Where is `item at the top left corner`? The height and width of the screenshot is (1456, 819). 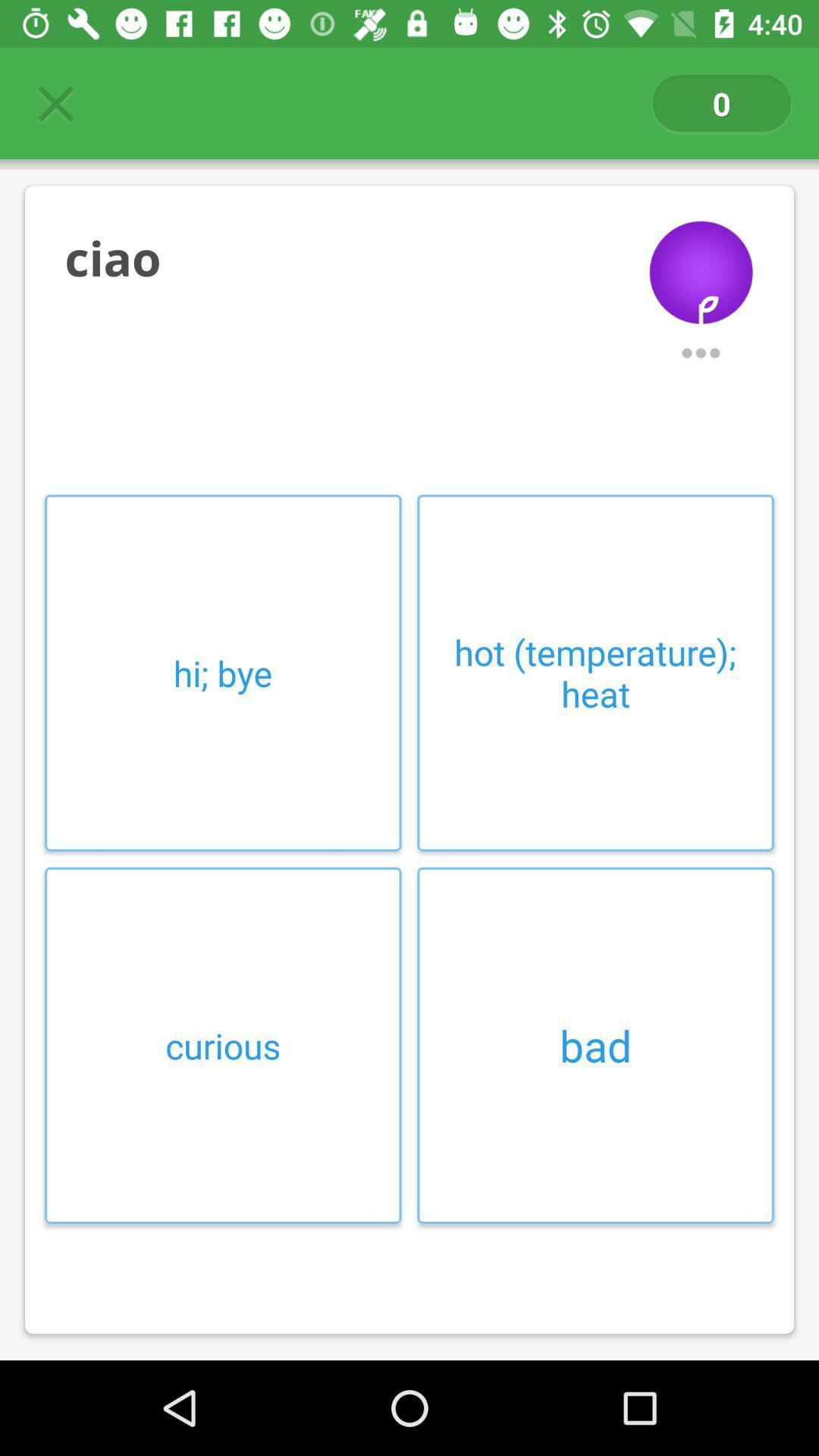
item at the top left corner is located at coordinates (55, 102).